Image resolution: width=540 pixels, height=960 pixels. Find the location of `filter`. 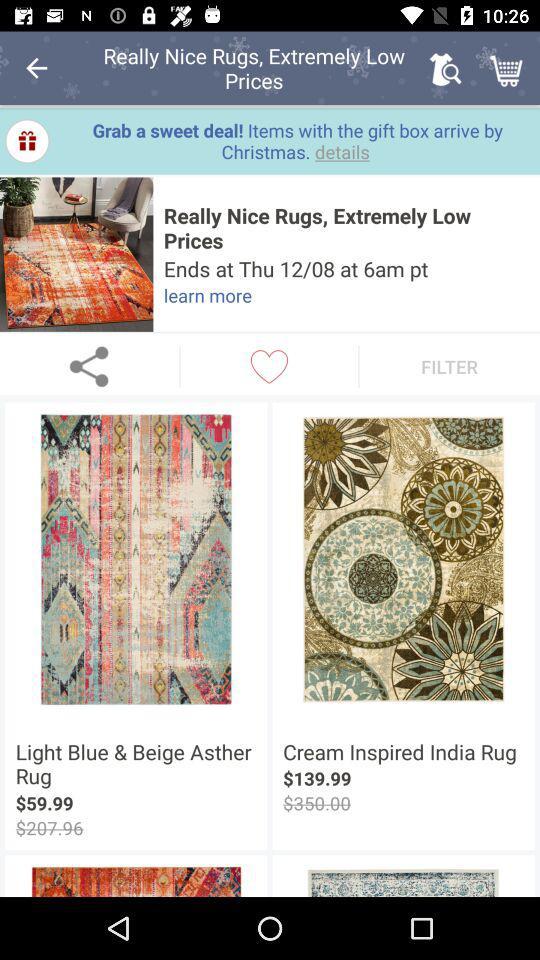

filter is located at coordinates (449, 365).